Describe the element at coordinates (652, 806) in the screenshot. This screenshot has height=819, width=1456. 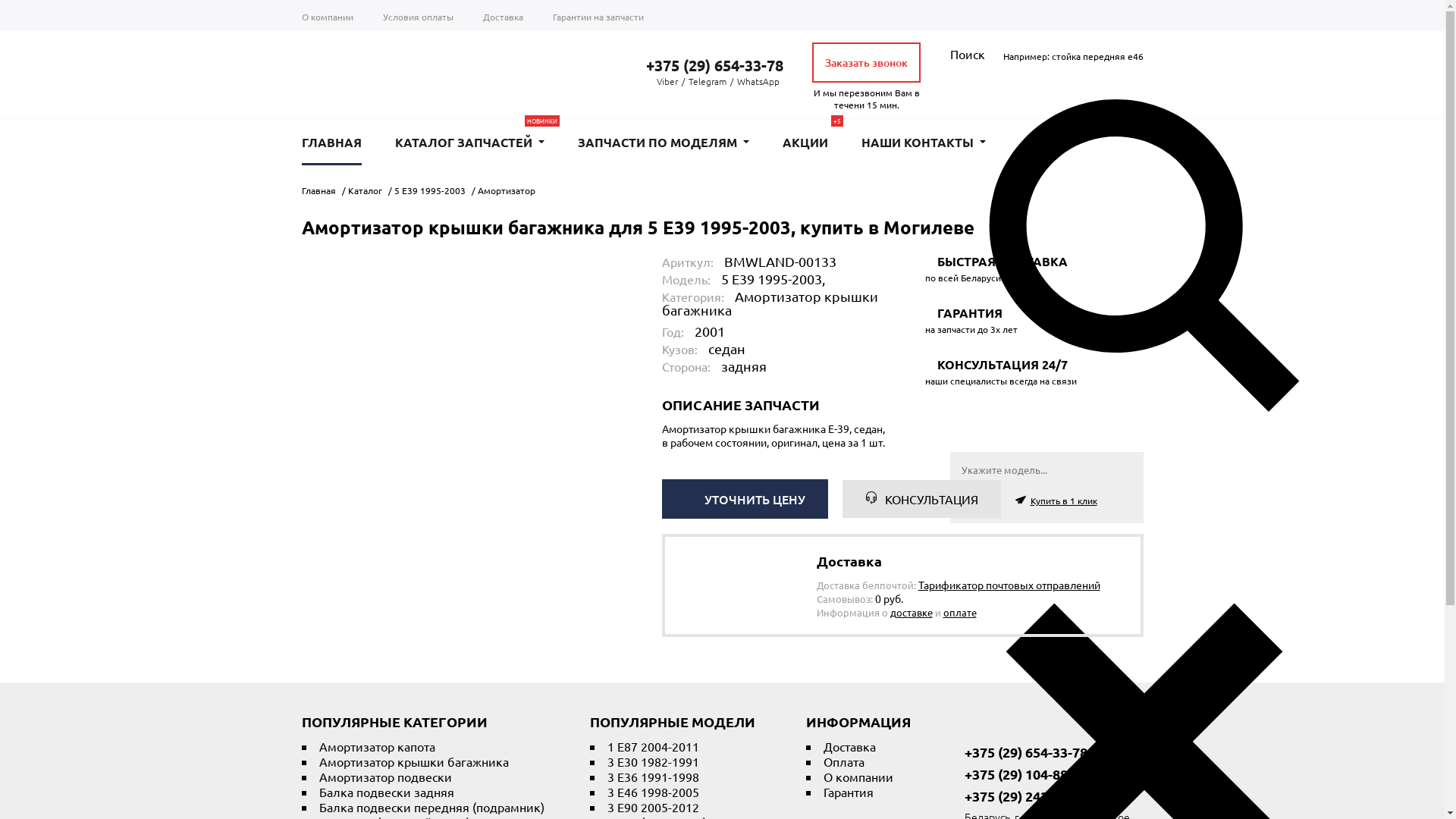
I see `'3 E90 2005-2012'` at that location.